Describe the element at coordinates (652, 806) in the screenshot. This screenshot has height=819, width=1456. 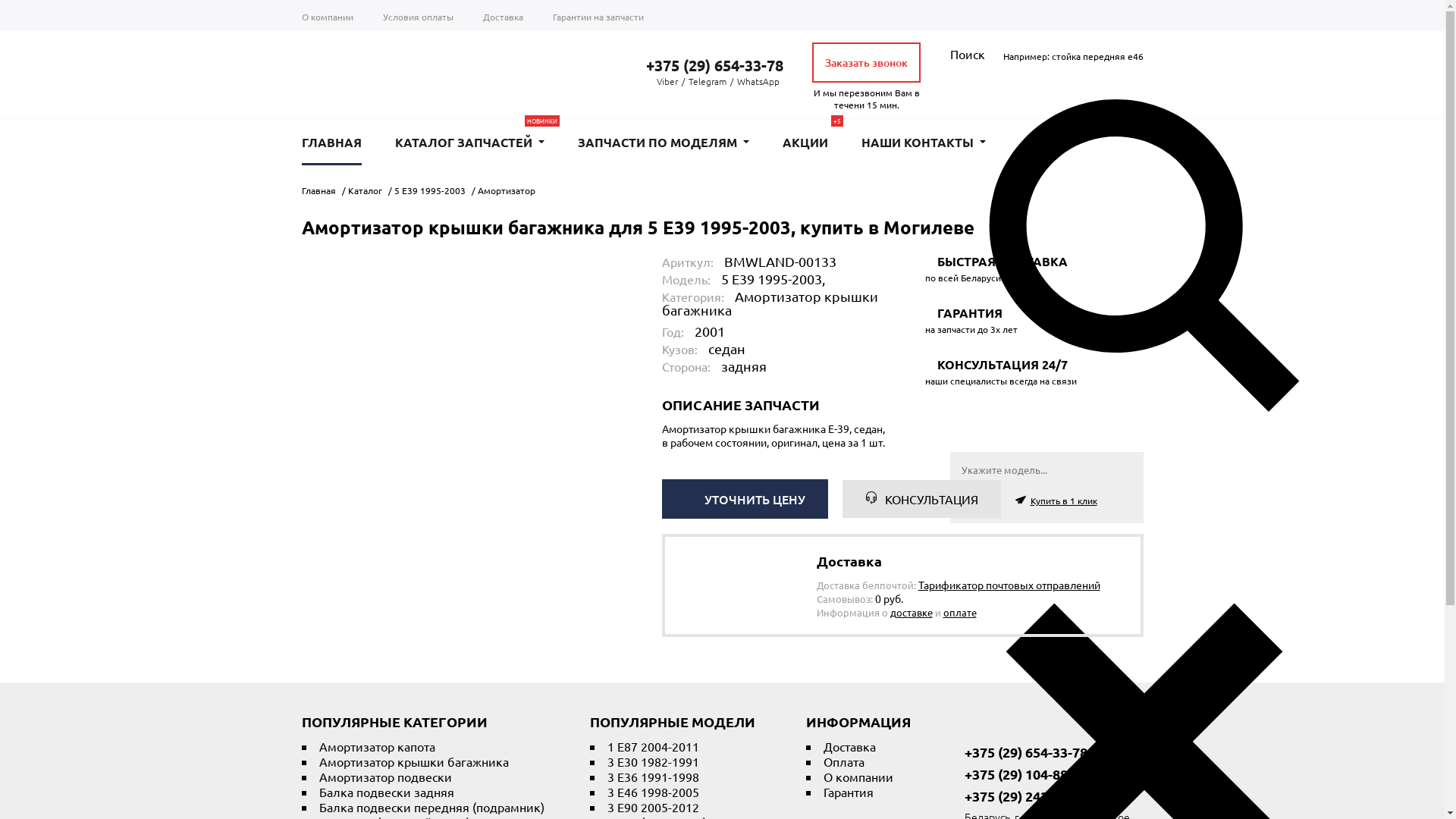
I see `'3 E90 2005-2012'` at that location.